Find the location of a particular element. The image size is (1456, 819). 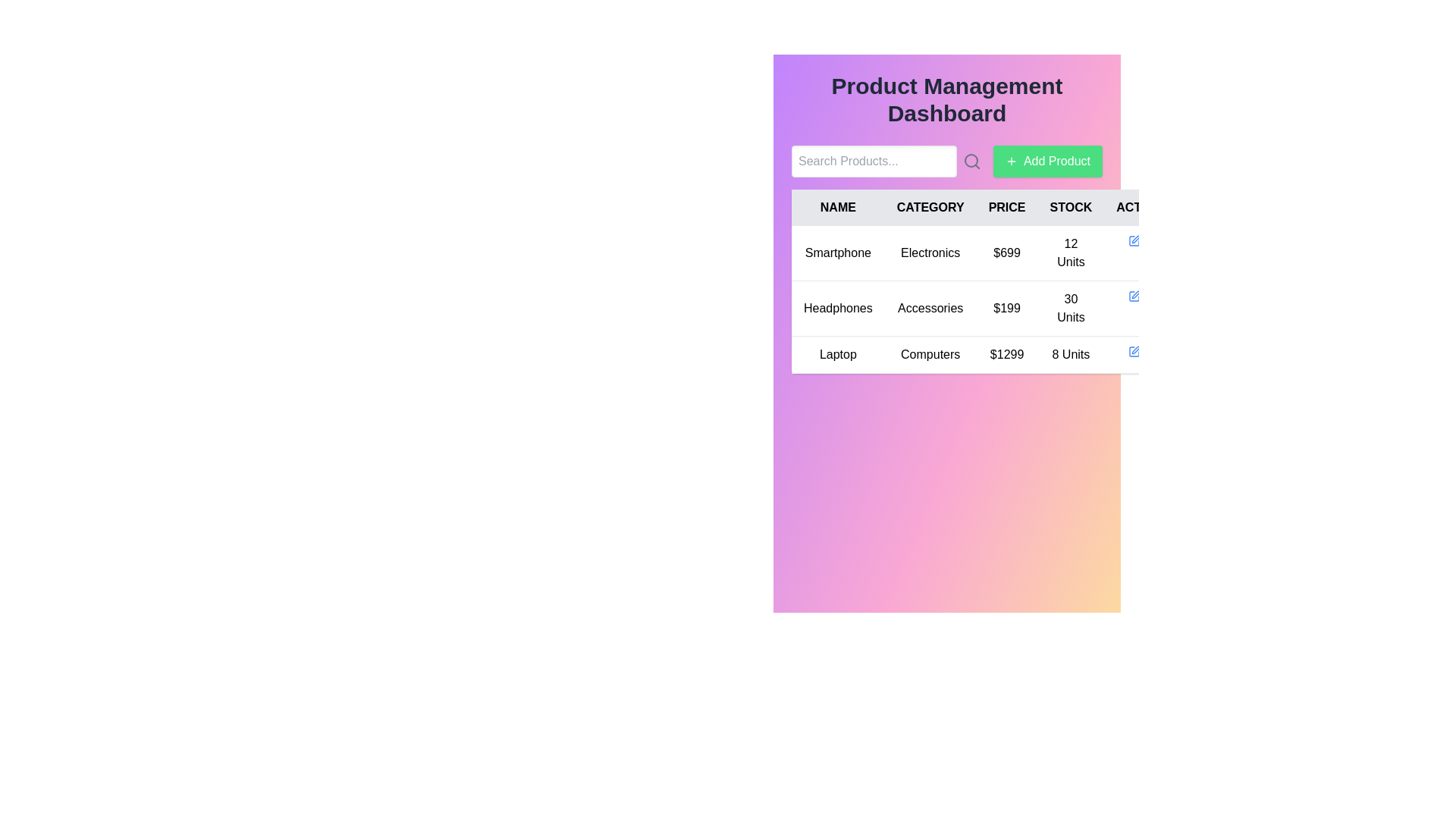

the Table Header which consists of uppercase text labels 'Name', 'Category', 'Price', 'Stock', and 'Actions' against a light gray background located at the top of the table is located at coordinates (987, 207).